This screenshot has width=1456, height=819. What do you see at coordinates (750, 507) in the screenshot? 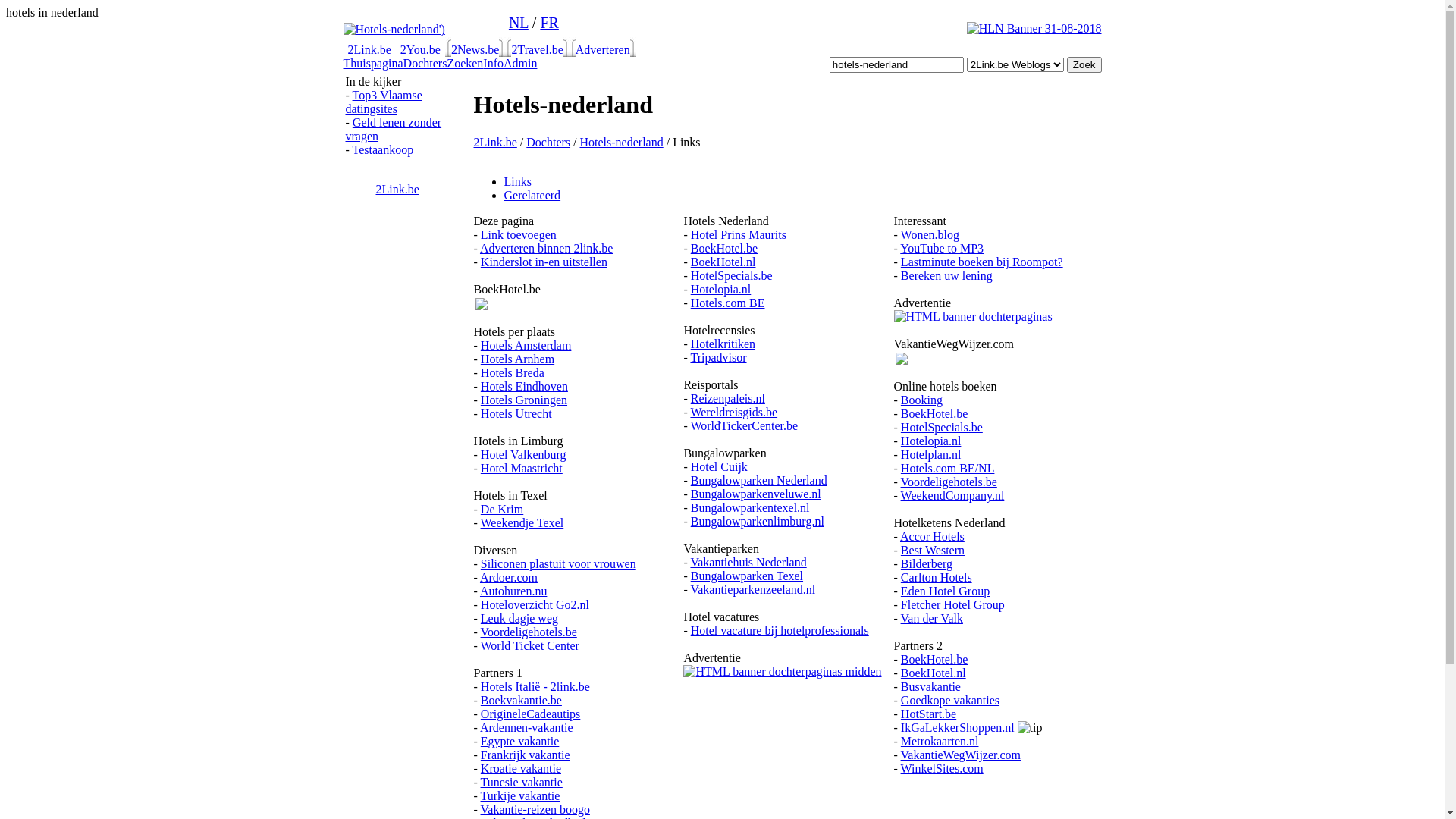
I see `'Bungalowparkentexel.nl'` at bounding box center [750, 507].